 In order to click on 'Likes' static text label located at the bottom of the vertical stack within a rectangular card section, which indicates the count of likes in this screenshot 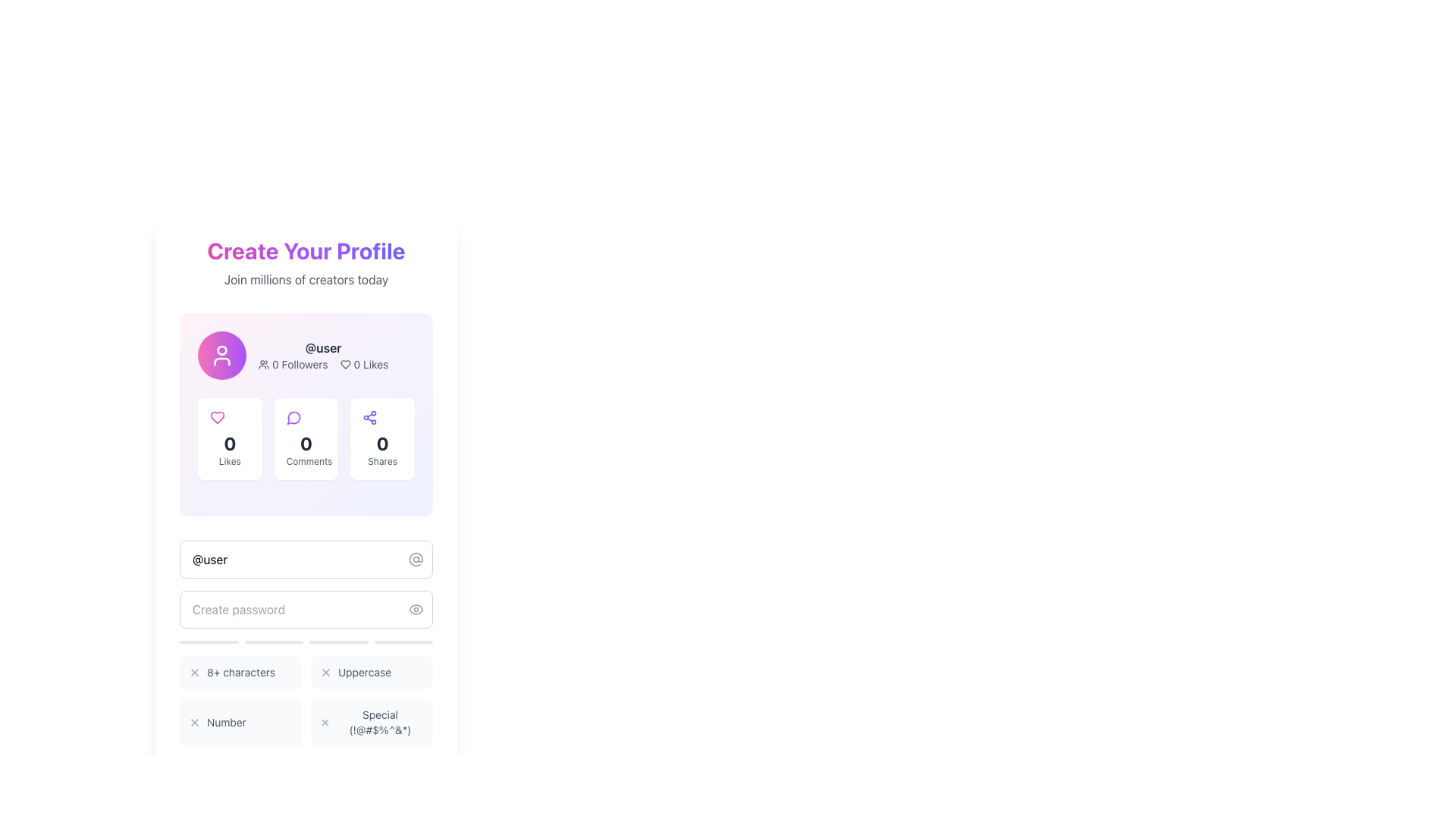, I will do `click(229, 461)`.